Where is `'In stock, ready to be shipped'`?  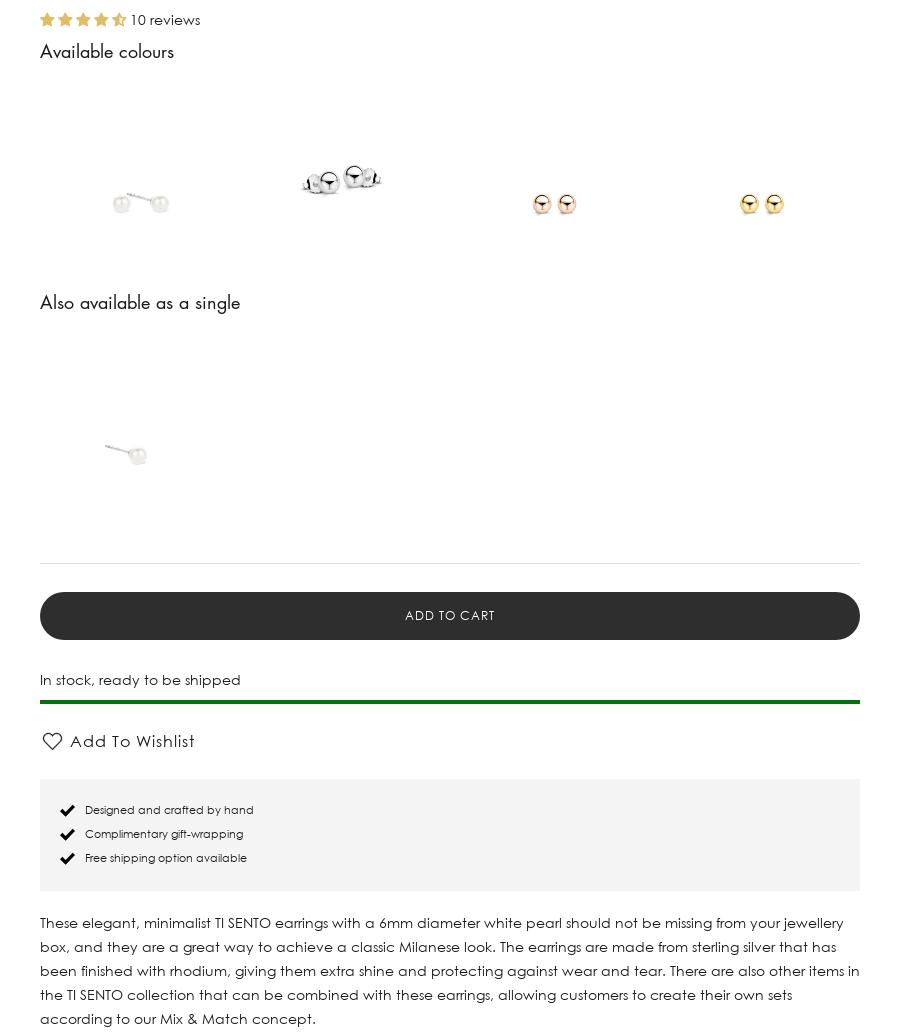 'In stock, ready to be shipped' is located at coordinates (38, 678).